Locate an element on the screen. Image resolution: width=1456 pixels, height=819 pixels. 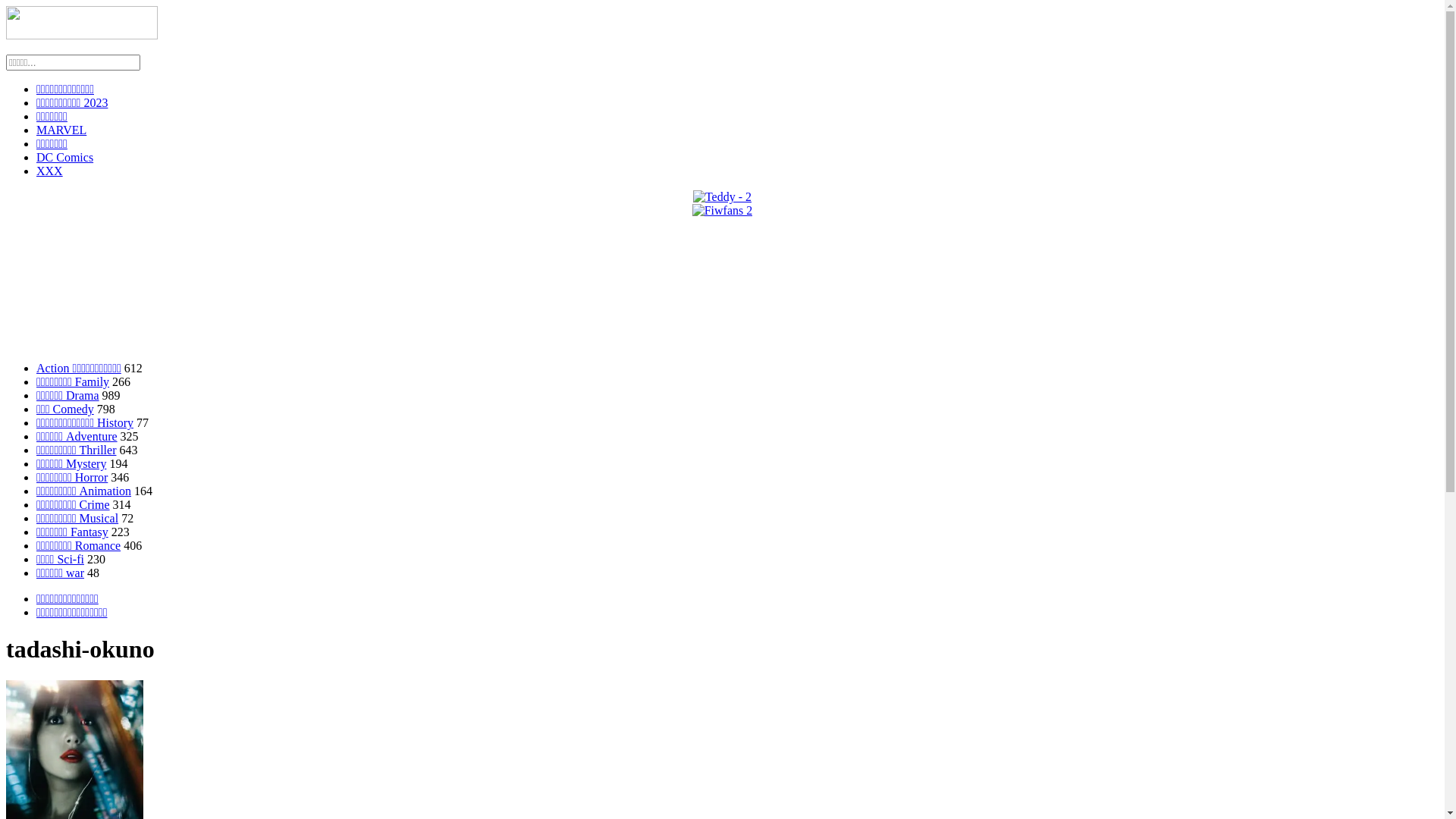
'XXX' is located at coordinates (49, 171).